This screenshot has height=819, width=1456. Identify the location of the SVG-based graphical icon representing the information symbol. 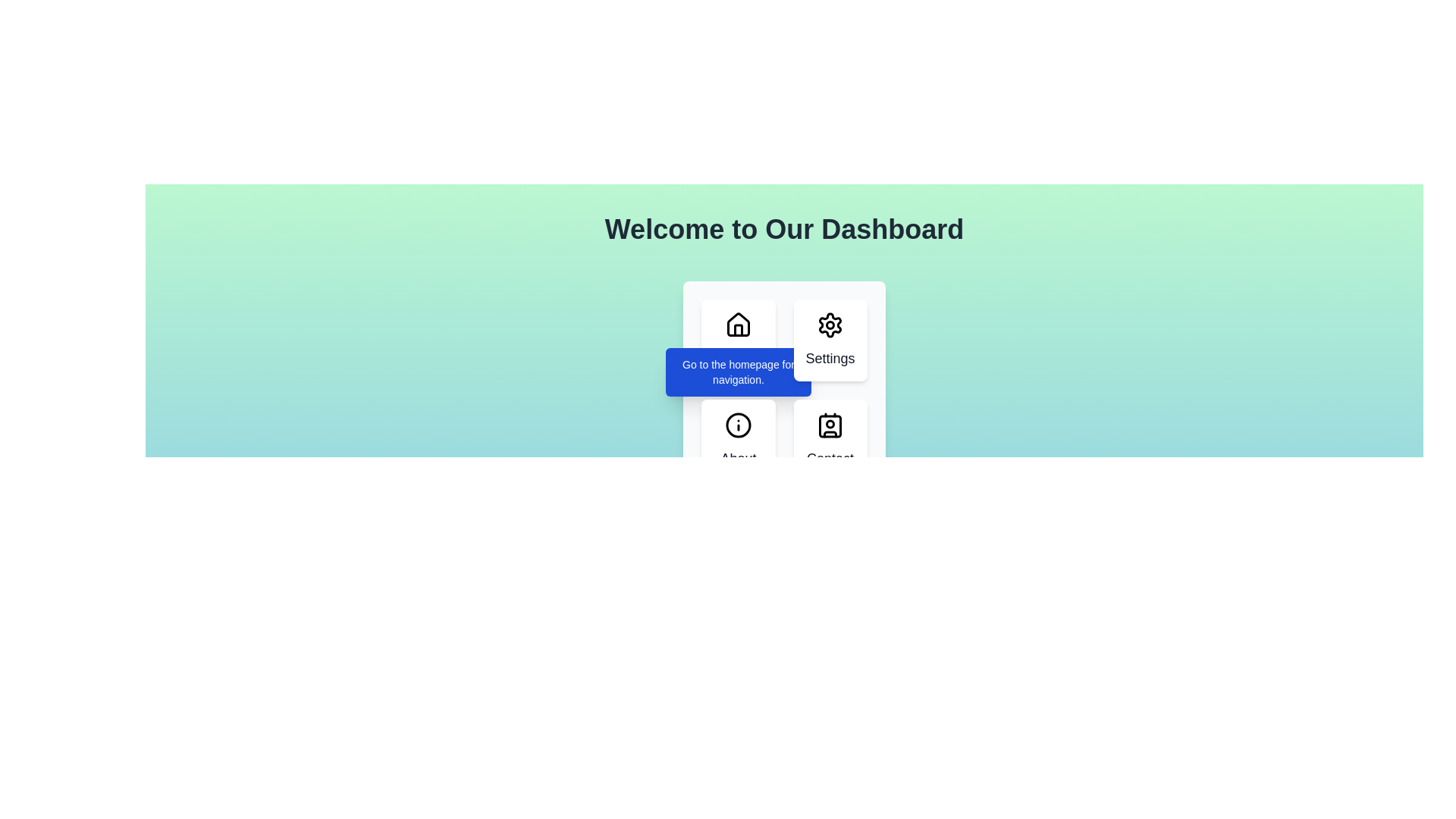
(739, 425).